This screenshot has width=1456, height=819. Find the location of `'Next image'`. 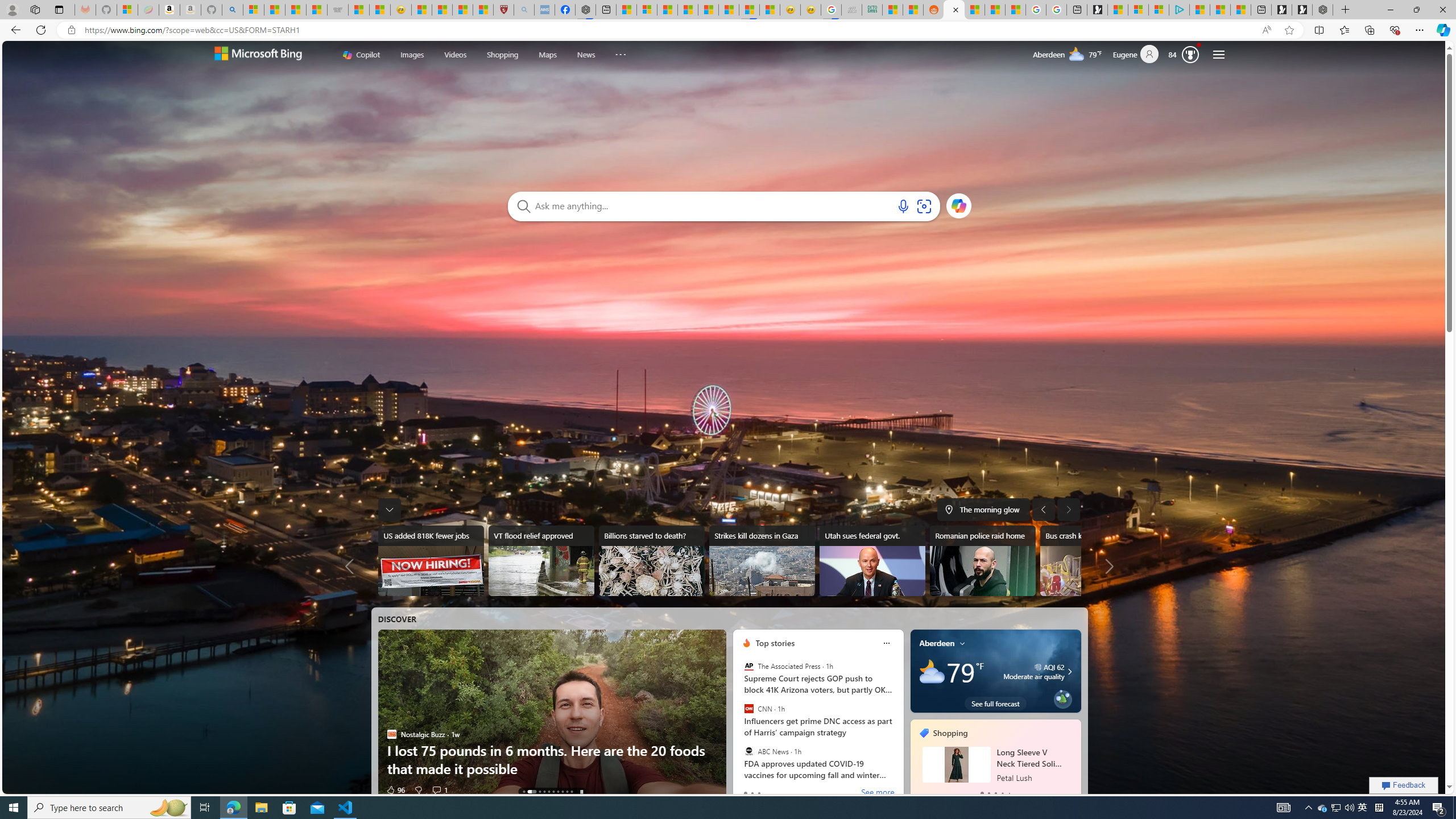

'Next image' is located at coordinates (1069, 509).